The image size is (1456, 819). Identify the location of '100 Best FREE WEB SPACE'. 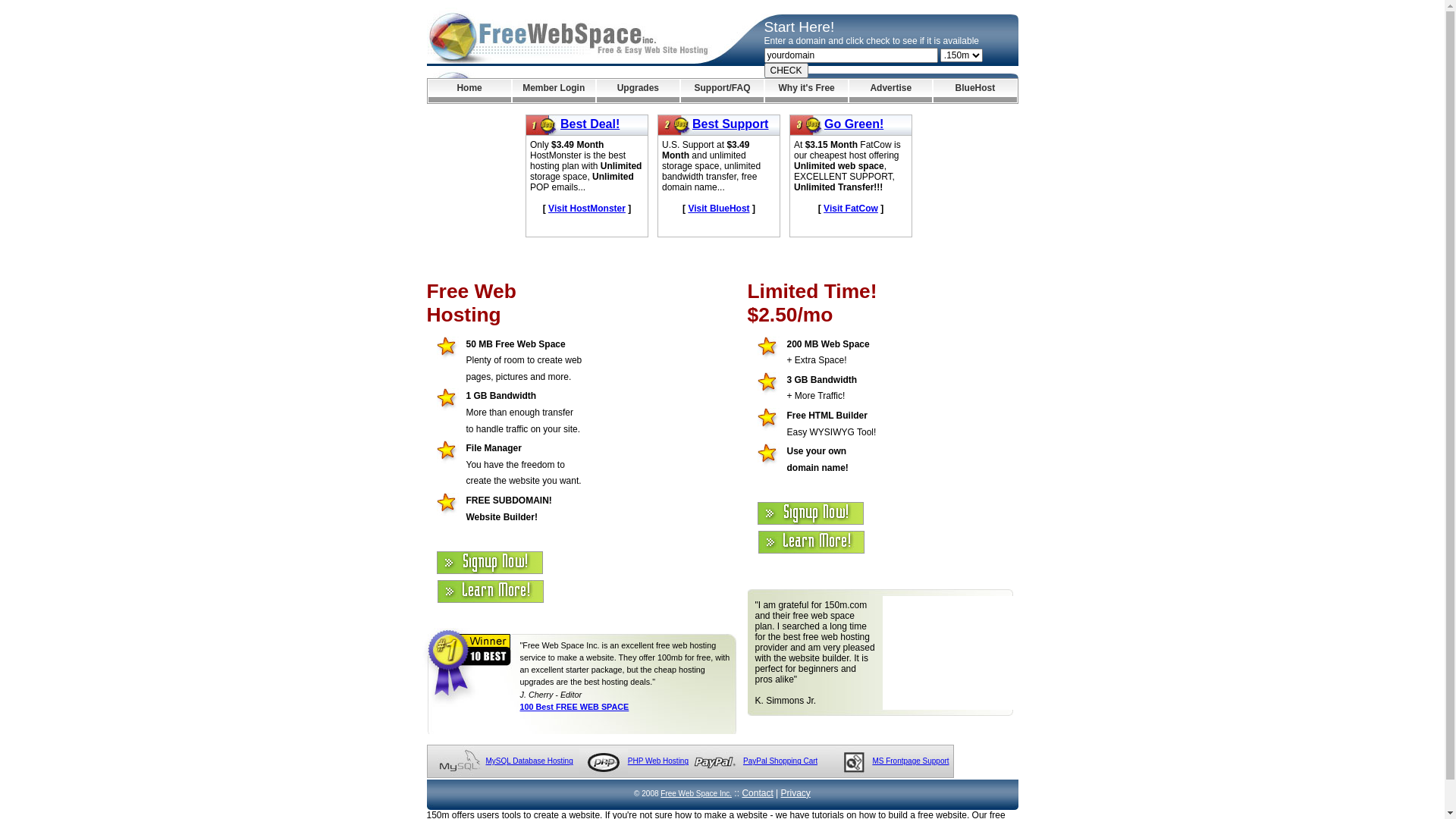
(574, 707).